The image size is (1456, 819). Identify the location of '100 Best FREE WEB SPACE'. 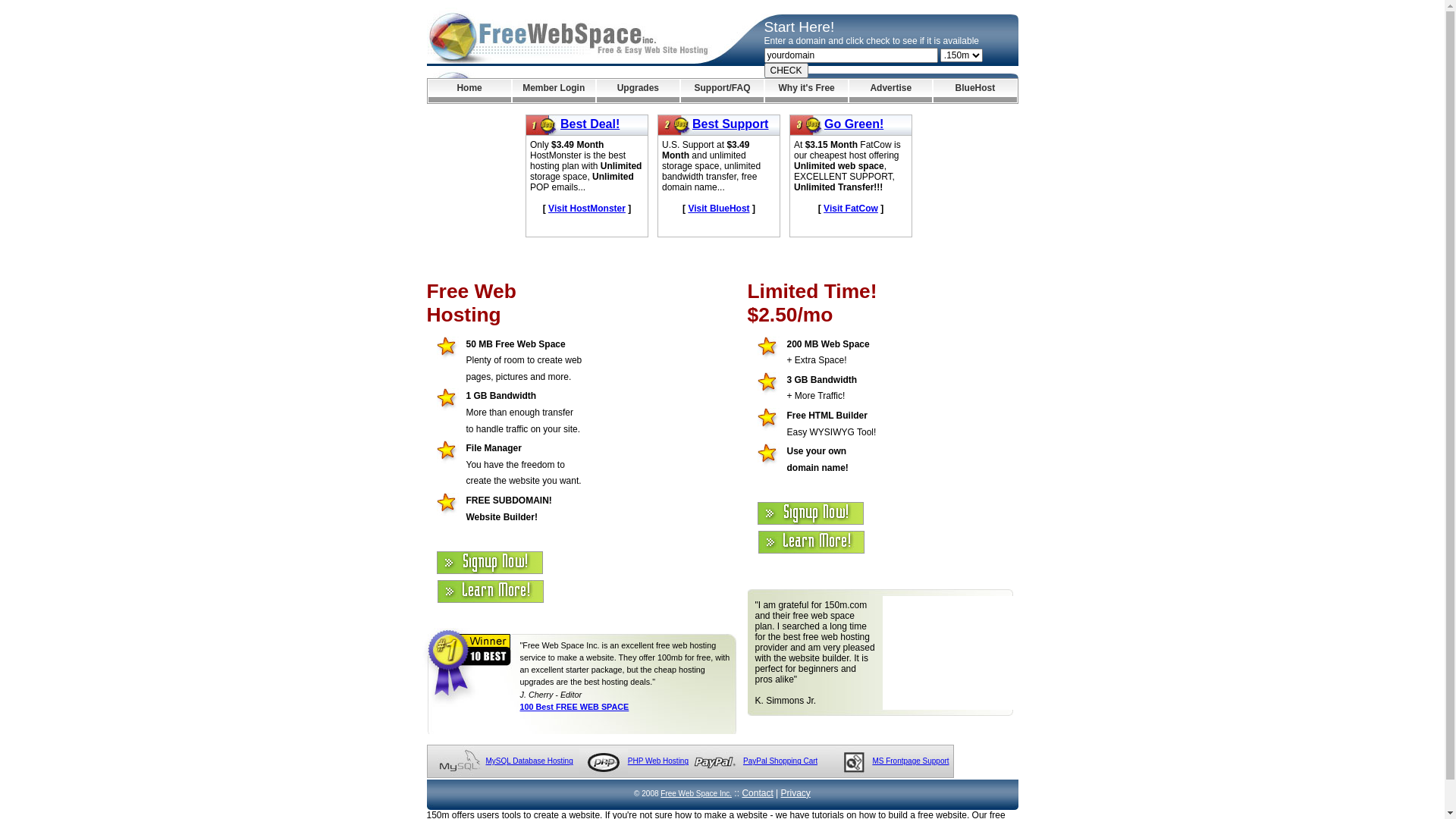
(574, 707).